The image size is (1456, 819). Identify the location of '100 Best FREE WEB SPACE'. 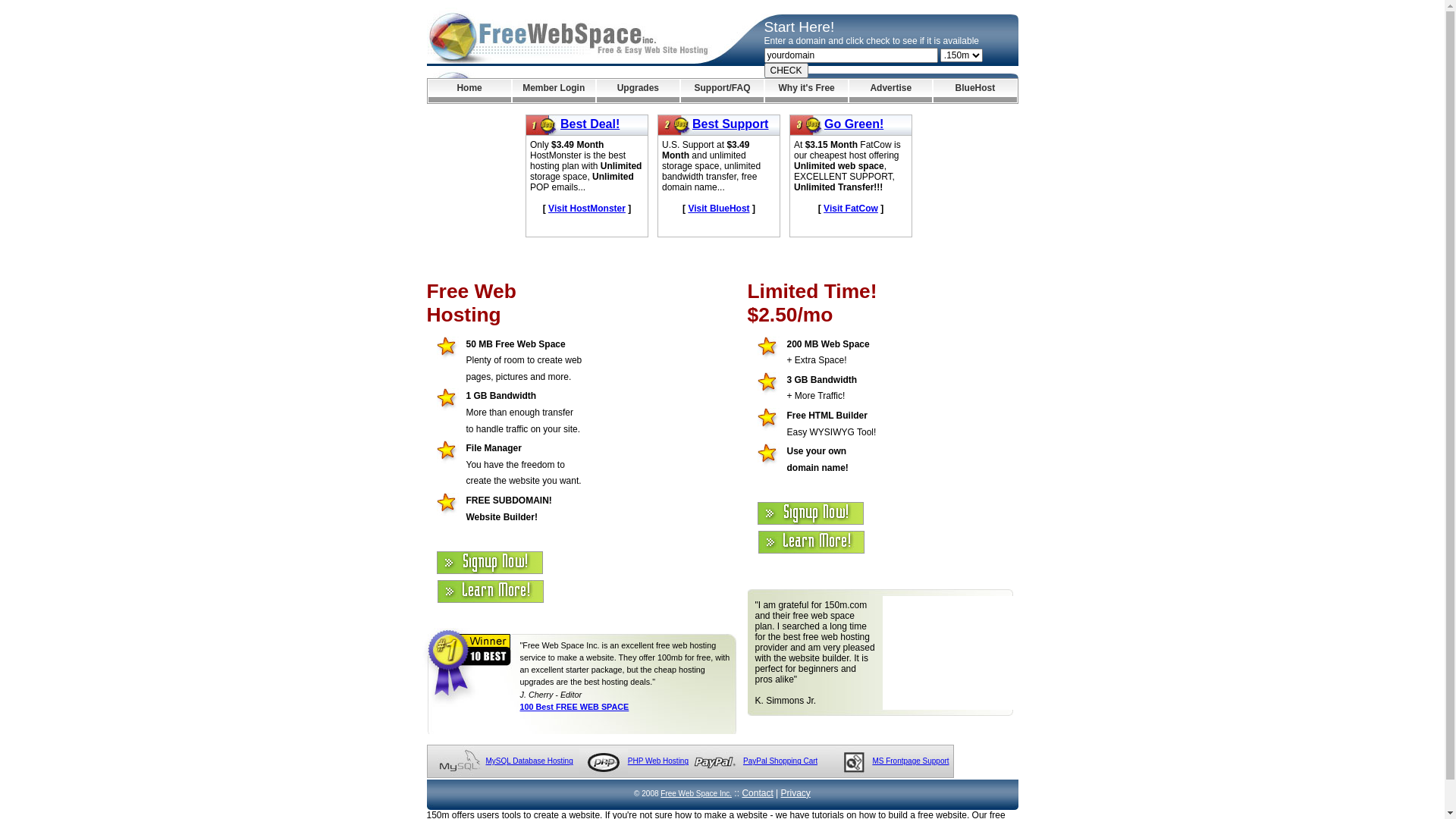
(574, 707).